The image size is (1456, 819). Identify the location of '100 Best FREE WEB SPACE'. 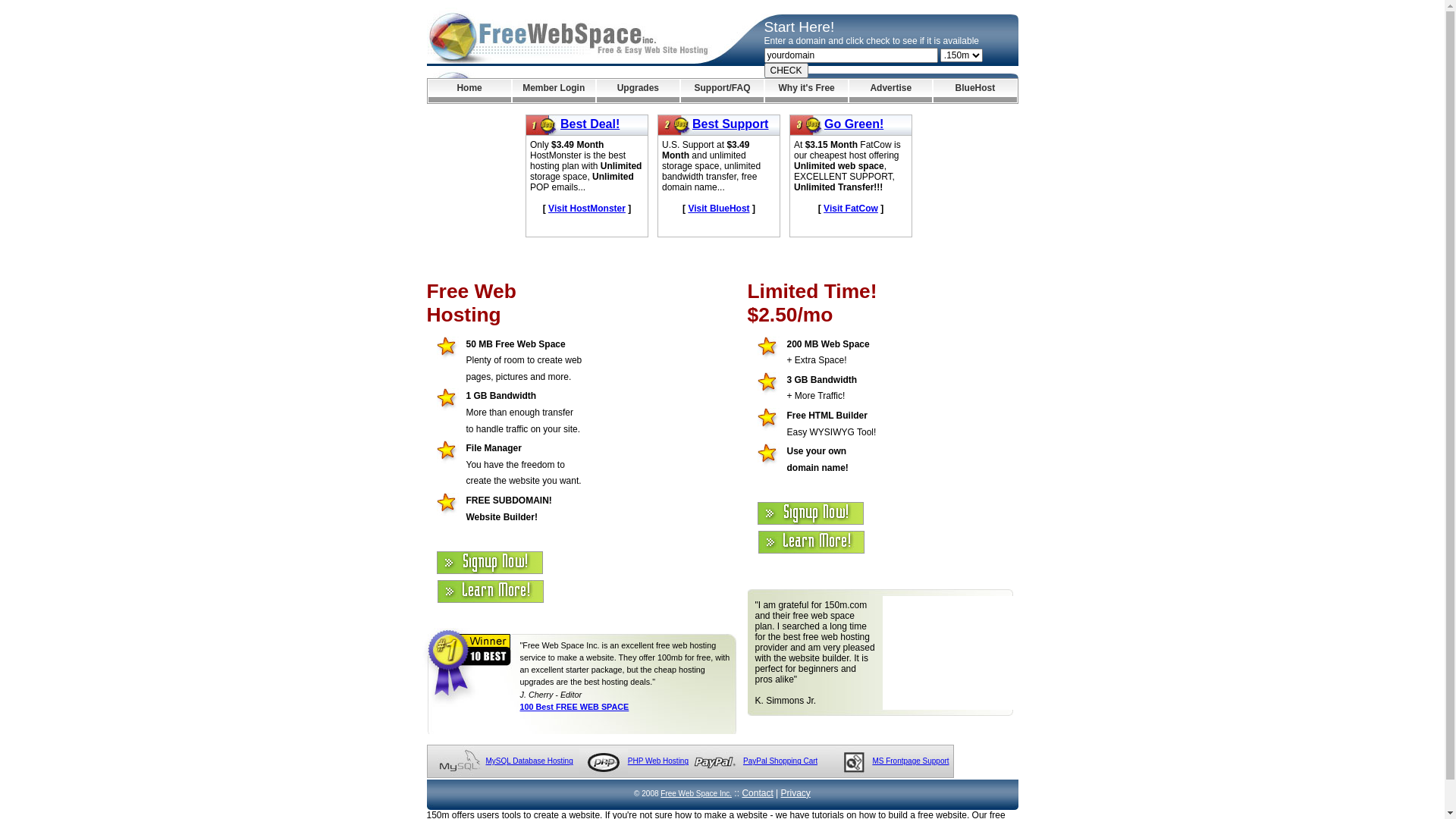
(574, 707).